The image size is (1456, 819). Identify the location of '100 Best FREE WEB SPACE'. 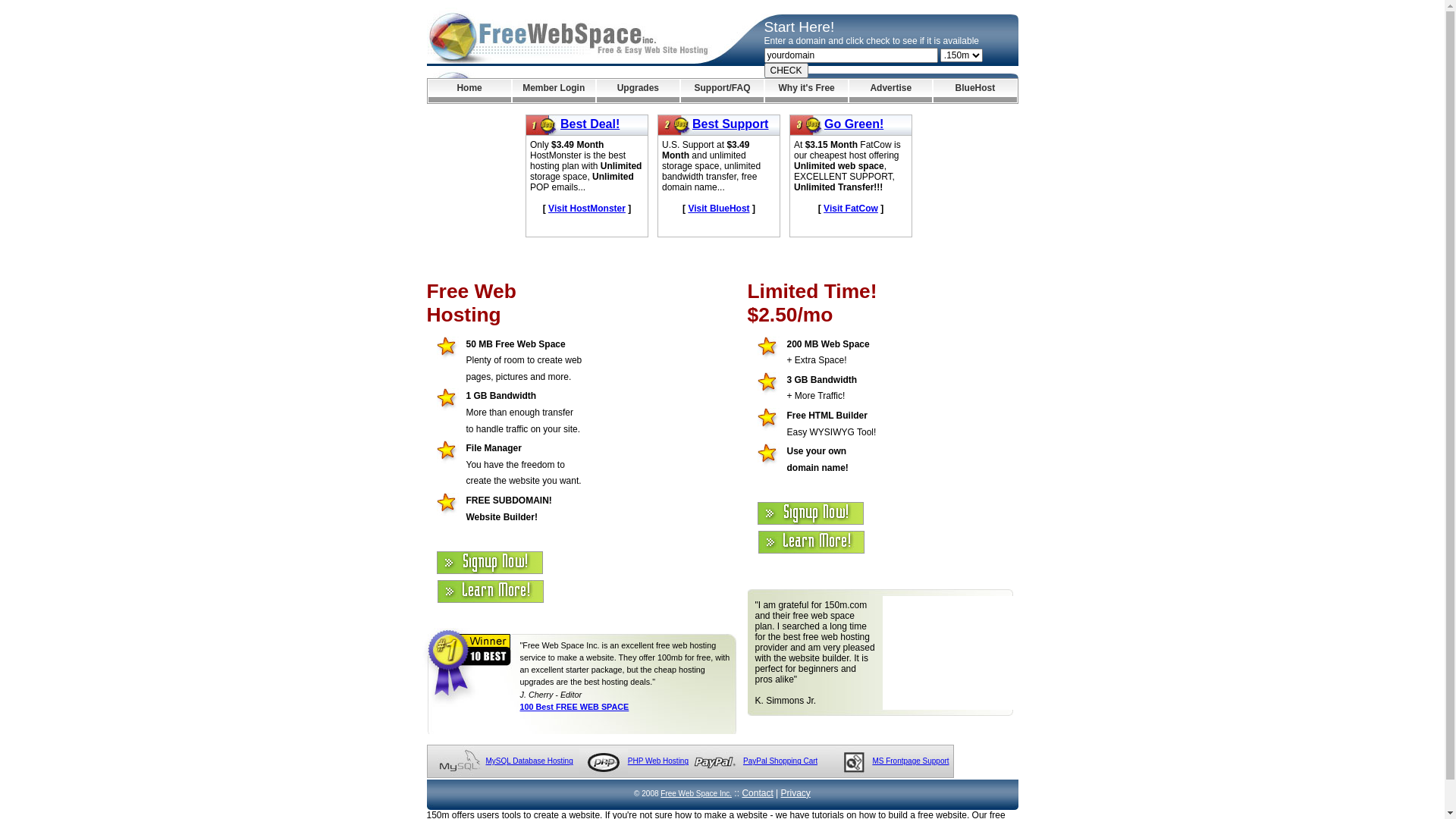
(574, 707).